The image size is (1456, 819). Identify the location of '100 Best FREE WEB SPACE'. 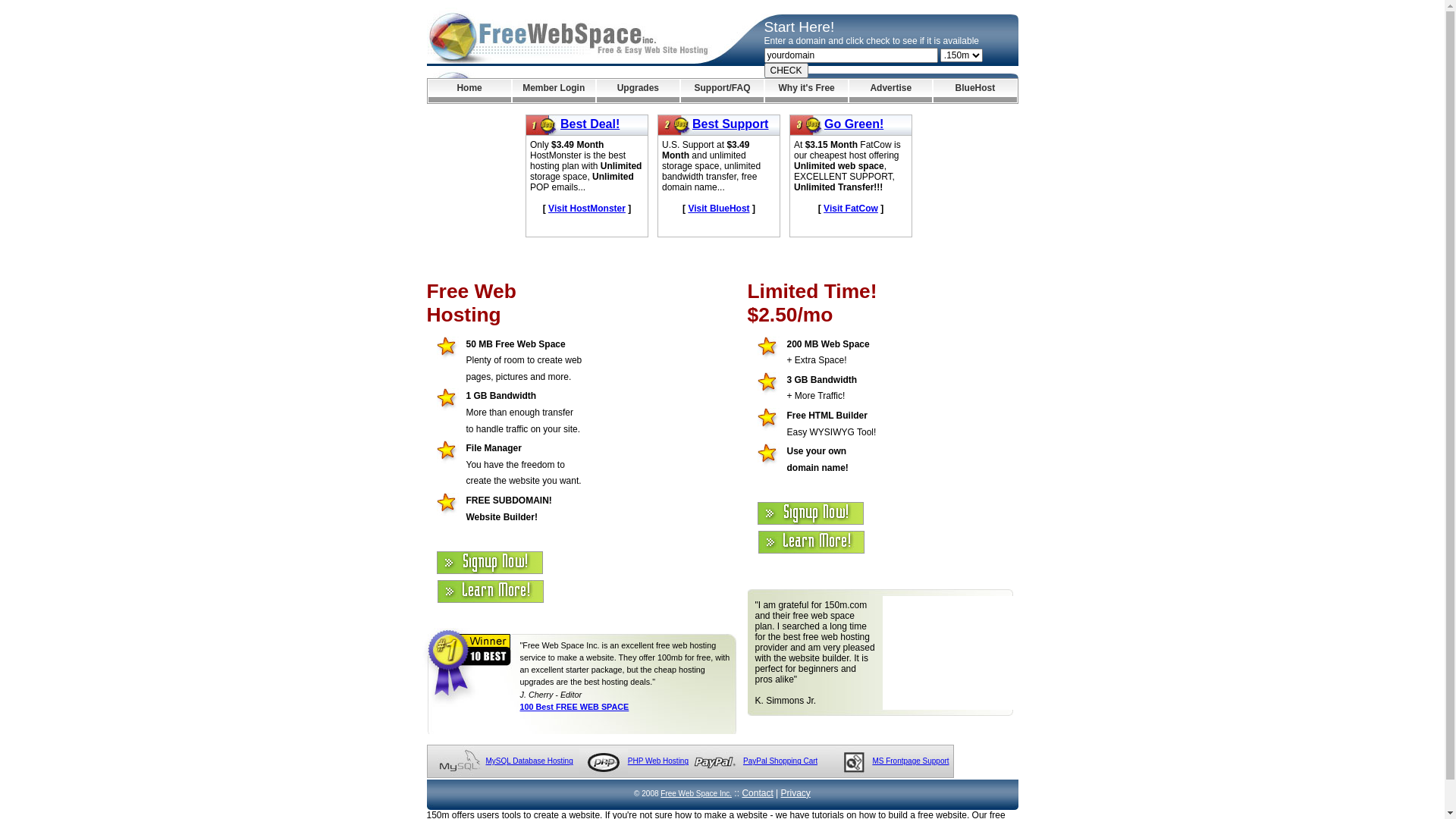
(574, 707).